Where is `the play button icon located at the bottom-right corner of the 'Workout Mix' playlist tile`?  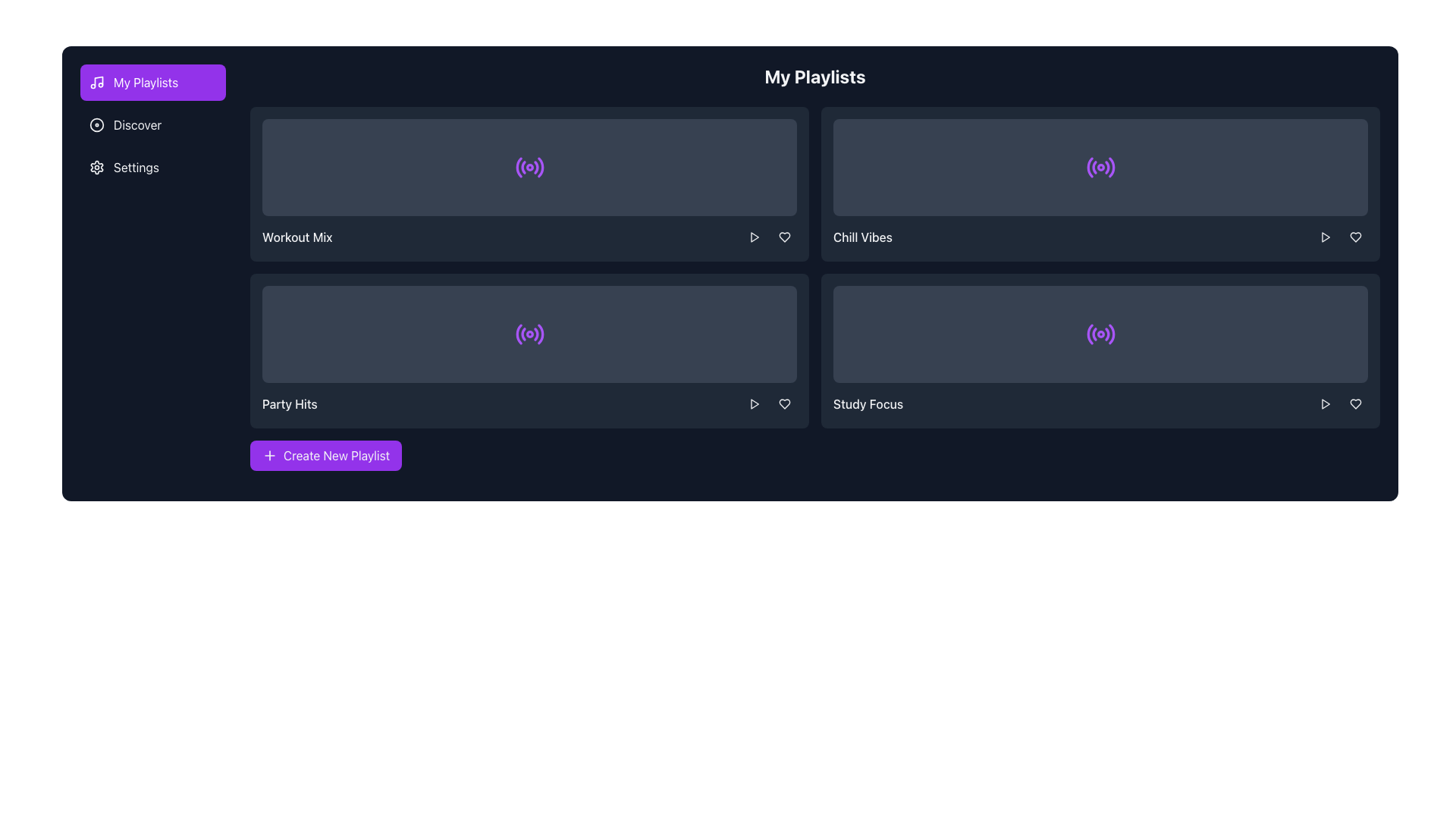
the play button icon located at the bottom-right corner of the 'Workout Mix' playlist tile is located at coordinates (755, 237).